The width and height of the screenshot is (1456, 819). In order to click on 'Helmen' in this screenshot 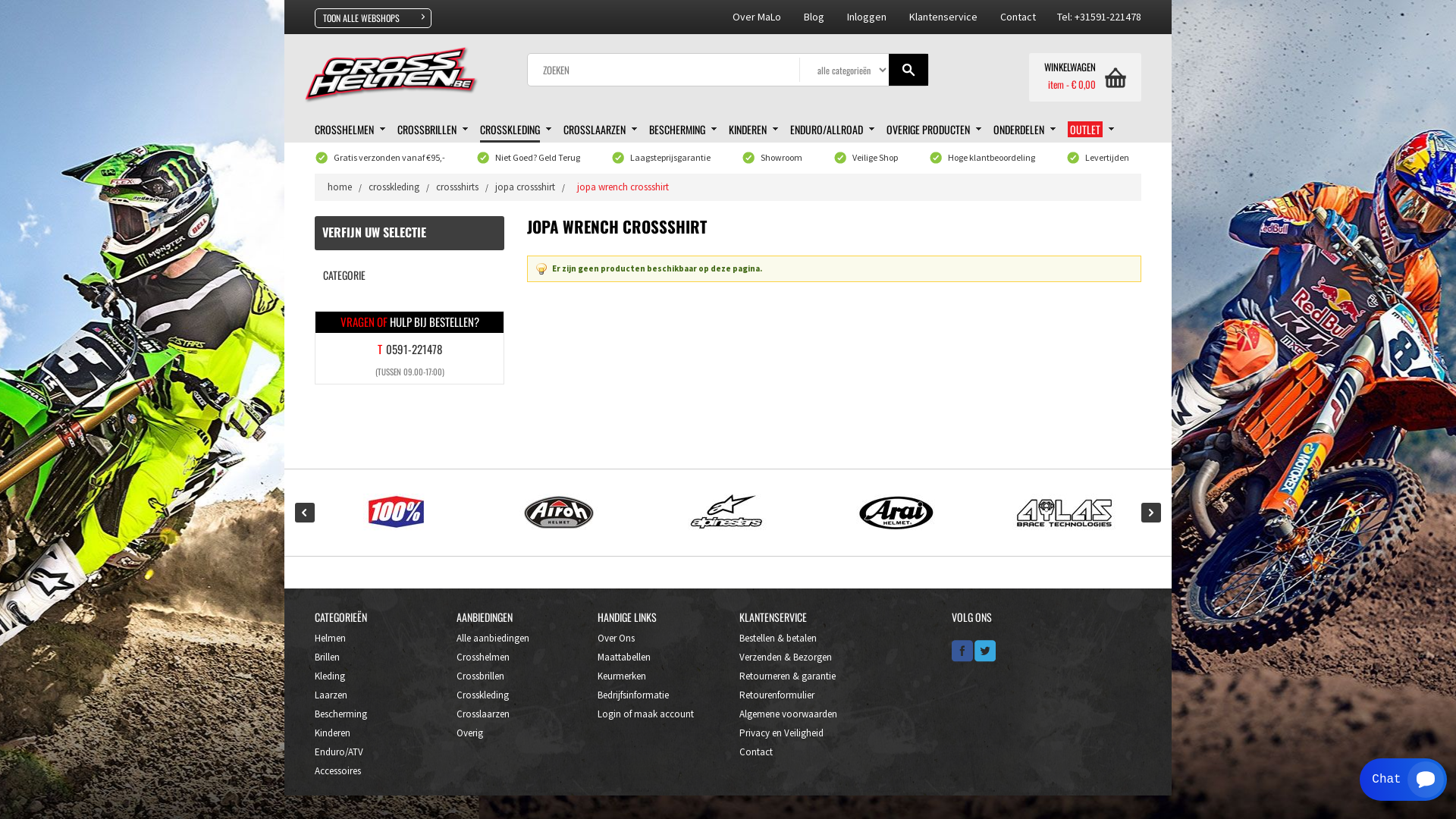, I will do `click(329, 637)`.